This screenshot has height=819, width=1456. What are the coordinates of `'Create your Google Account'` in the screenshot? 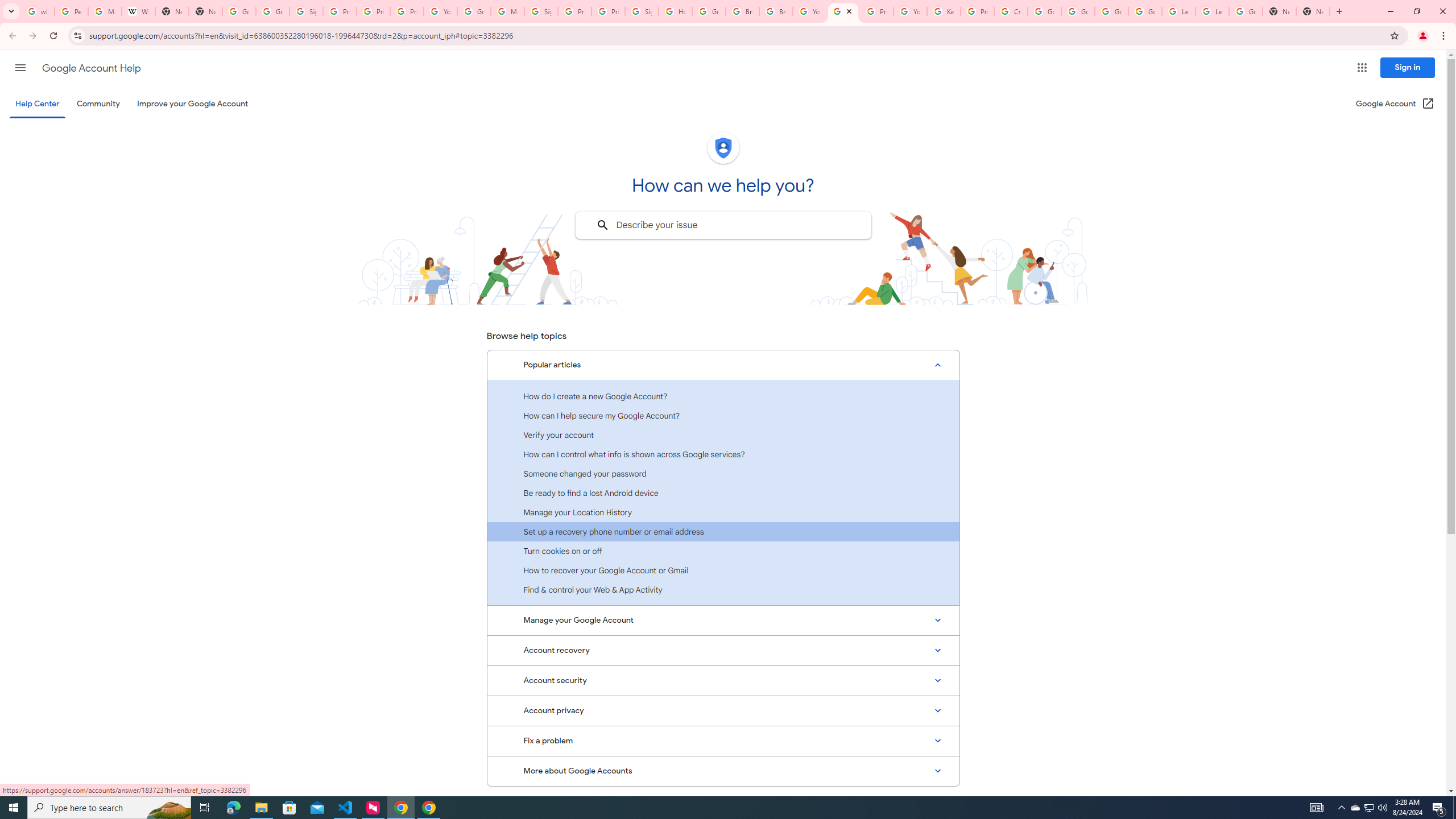 It's located at (1010, 11).